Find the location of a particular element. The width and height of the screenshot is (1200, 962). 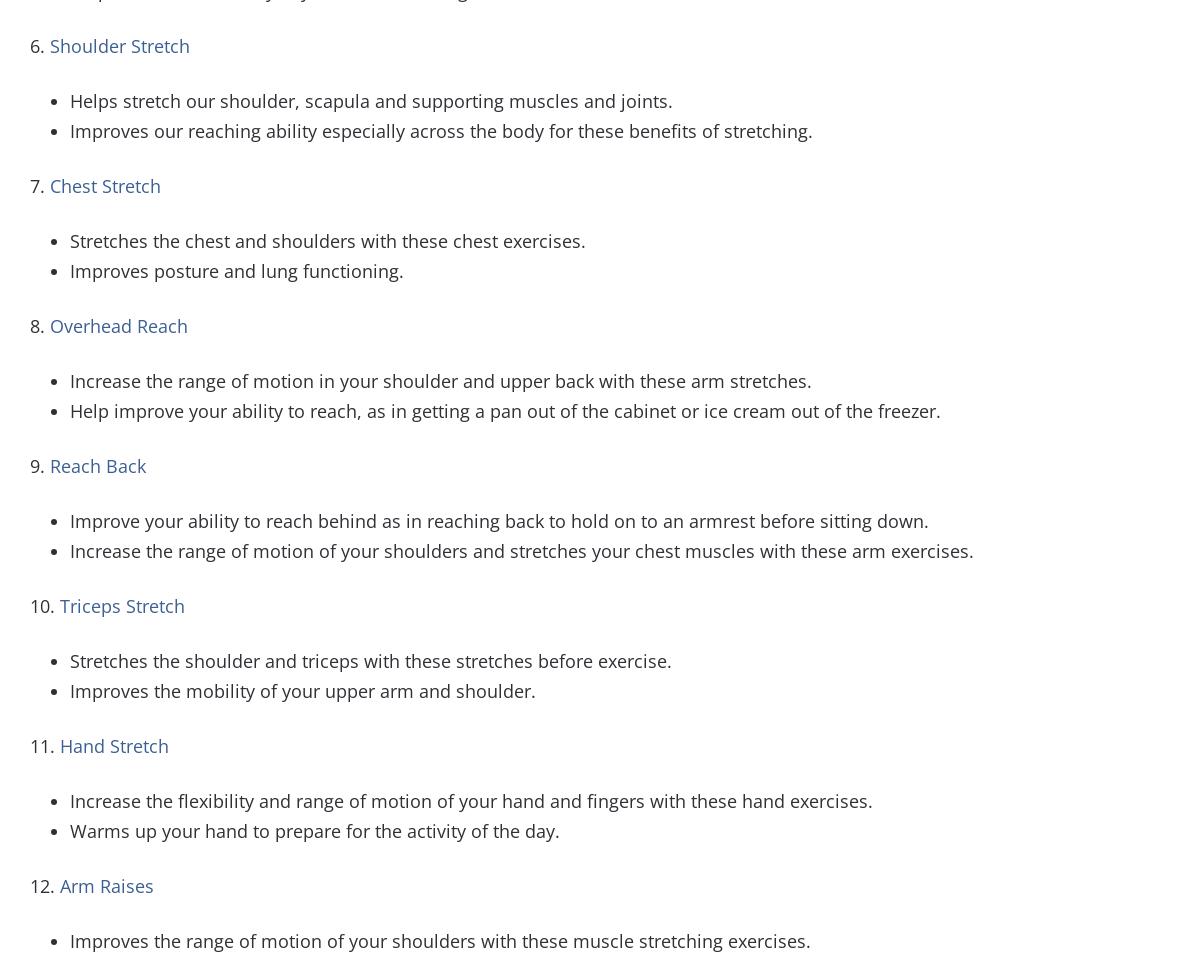

'Triceps Stretch' is located at coordinates (122, 604).